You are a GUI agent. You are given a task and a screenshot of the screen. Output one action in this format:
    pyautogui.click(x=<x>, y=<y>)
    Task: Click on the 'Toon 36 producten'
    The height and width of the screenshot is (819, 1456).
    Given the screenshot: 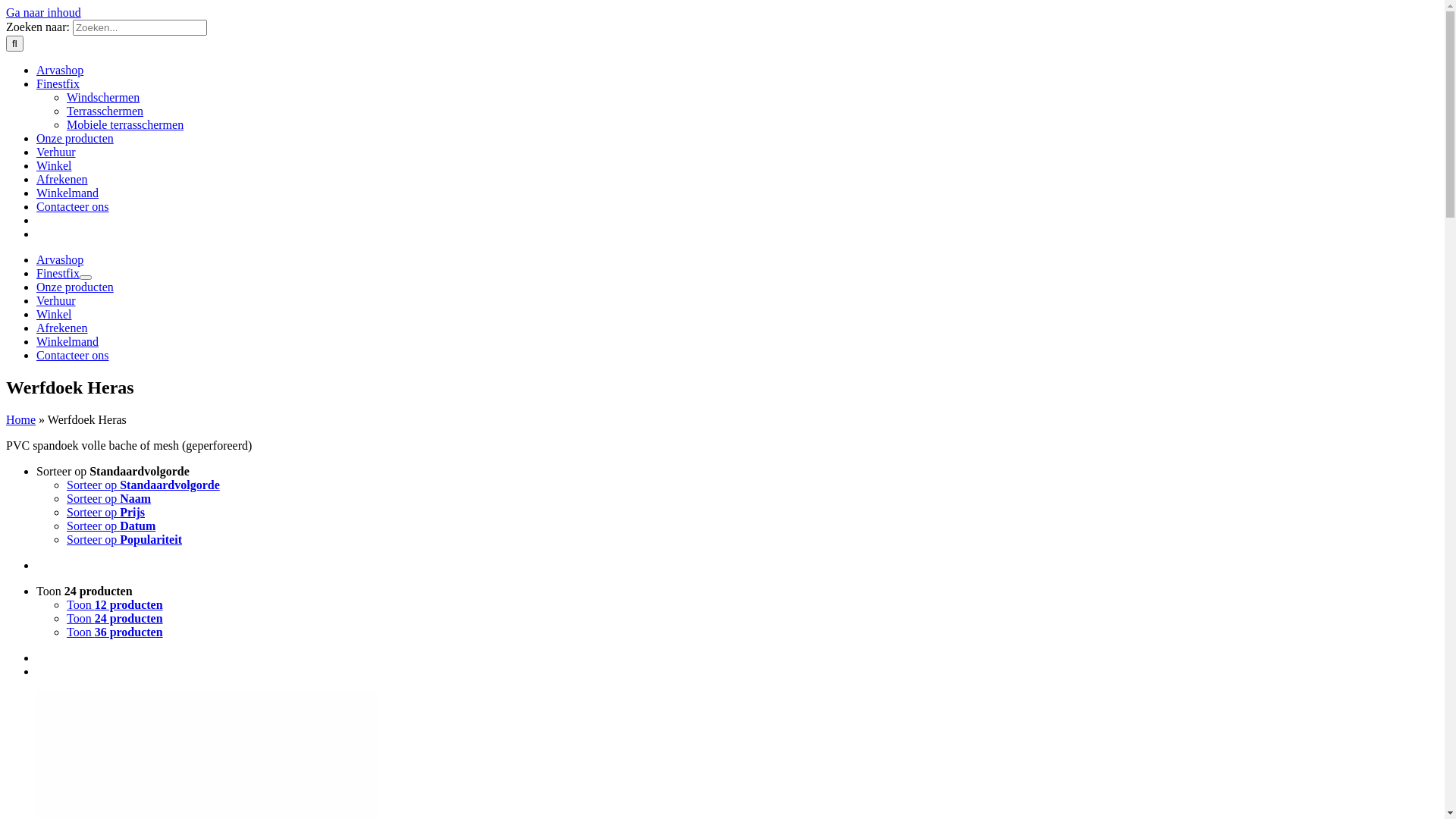 What is the action you would take?
    pyautogui.click(x=114, y=632)
    